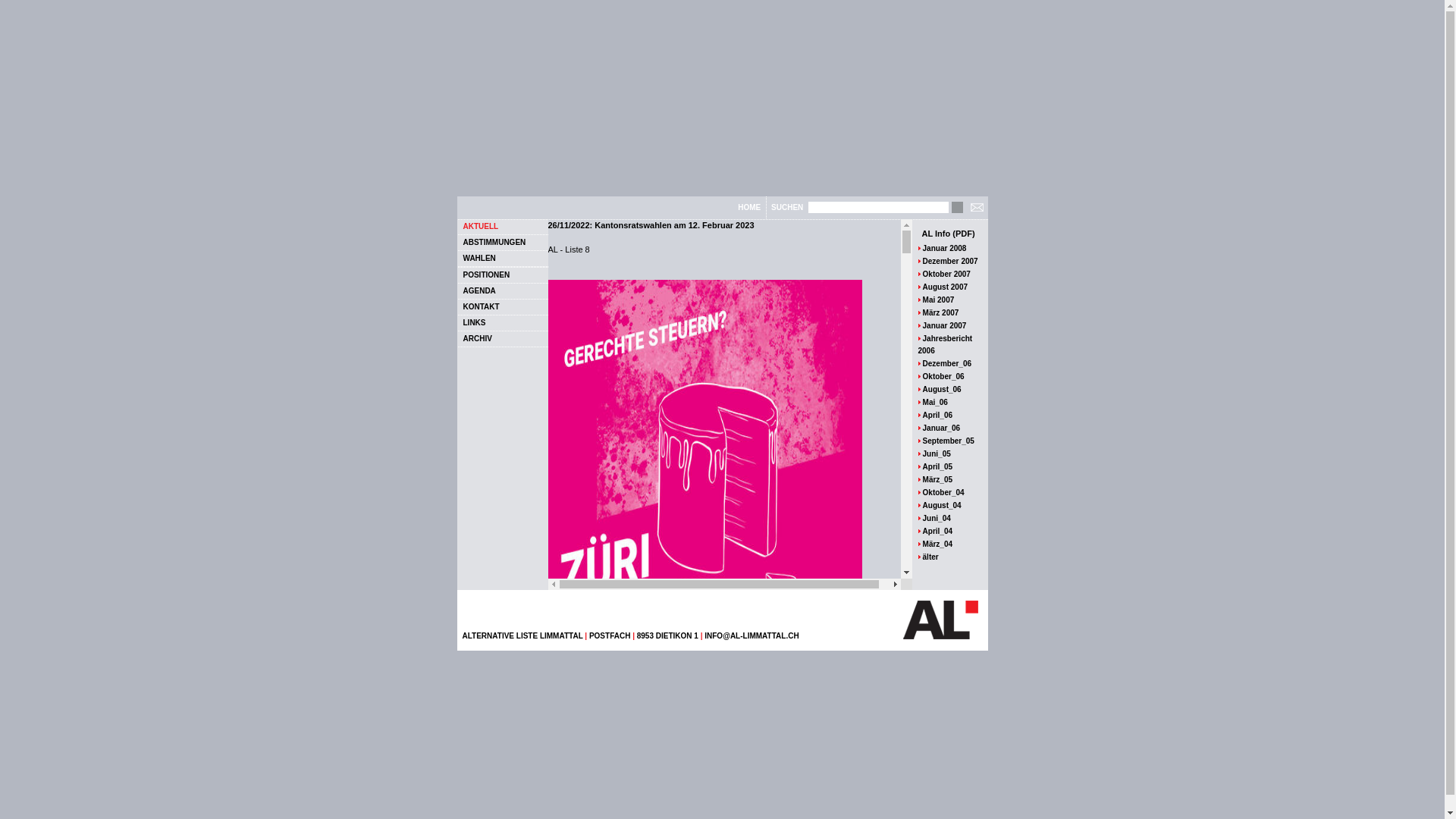 The width and height of the screenshot is (1456, 819). Describe the element at coordinates (940, 427) in the screenshot. I see `'Januar_06'` at that location.